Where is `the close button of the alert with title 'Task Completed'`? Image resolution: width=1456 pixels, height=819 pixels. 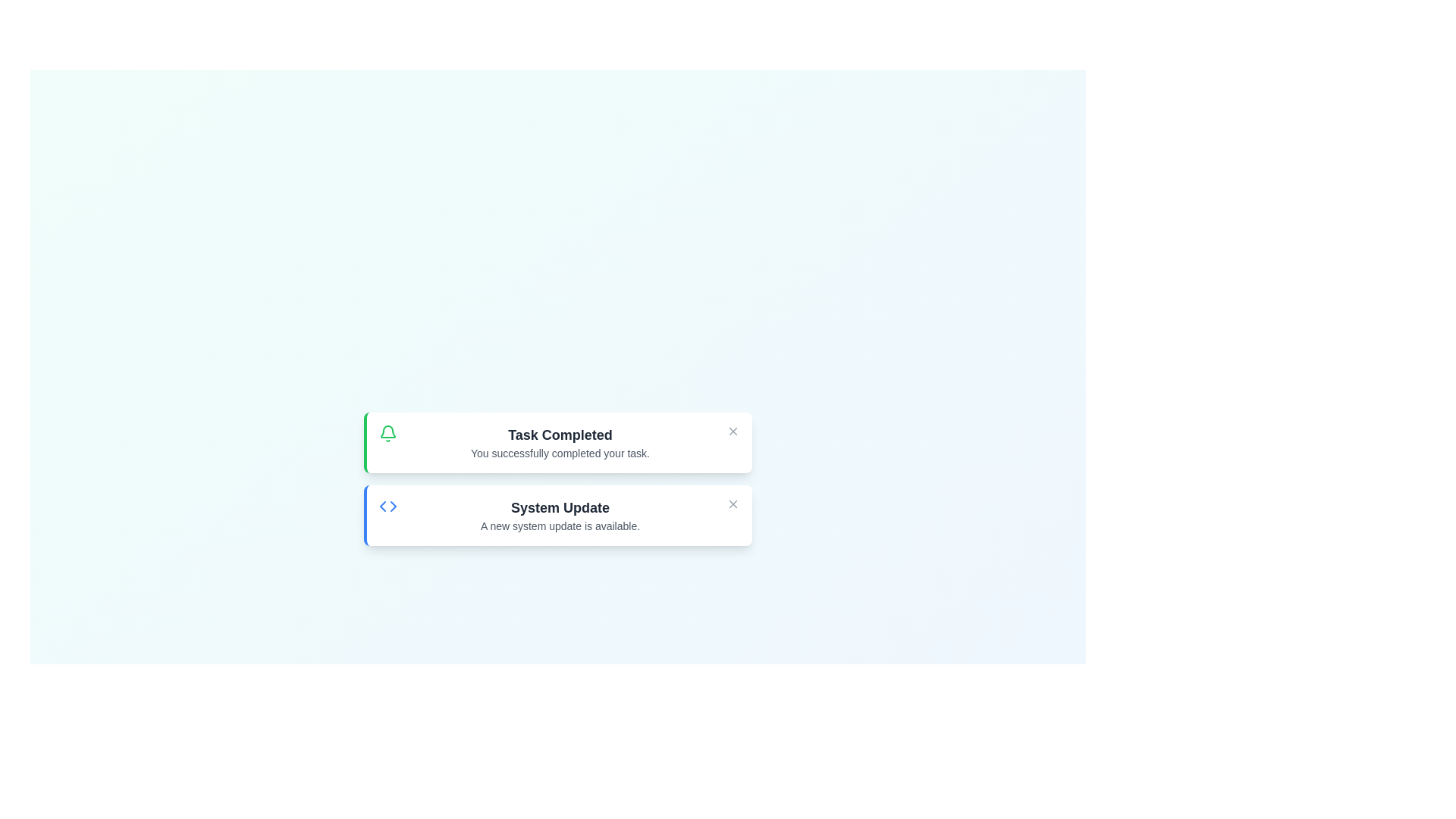
the close button of the alert with title 'Task Completed' is located at coordinates (733, 431).